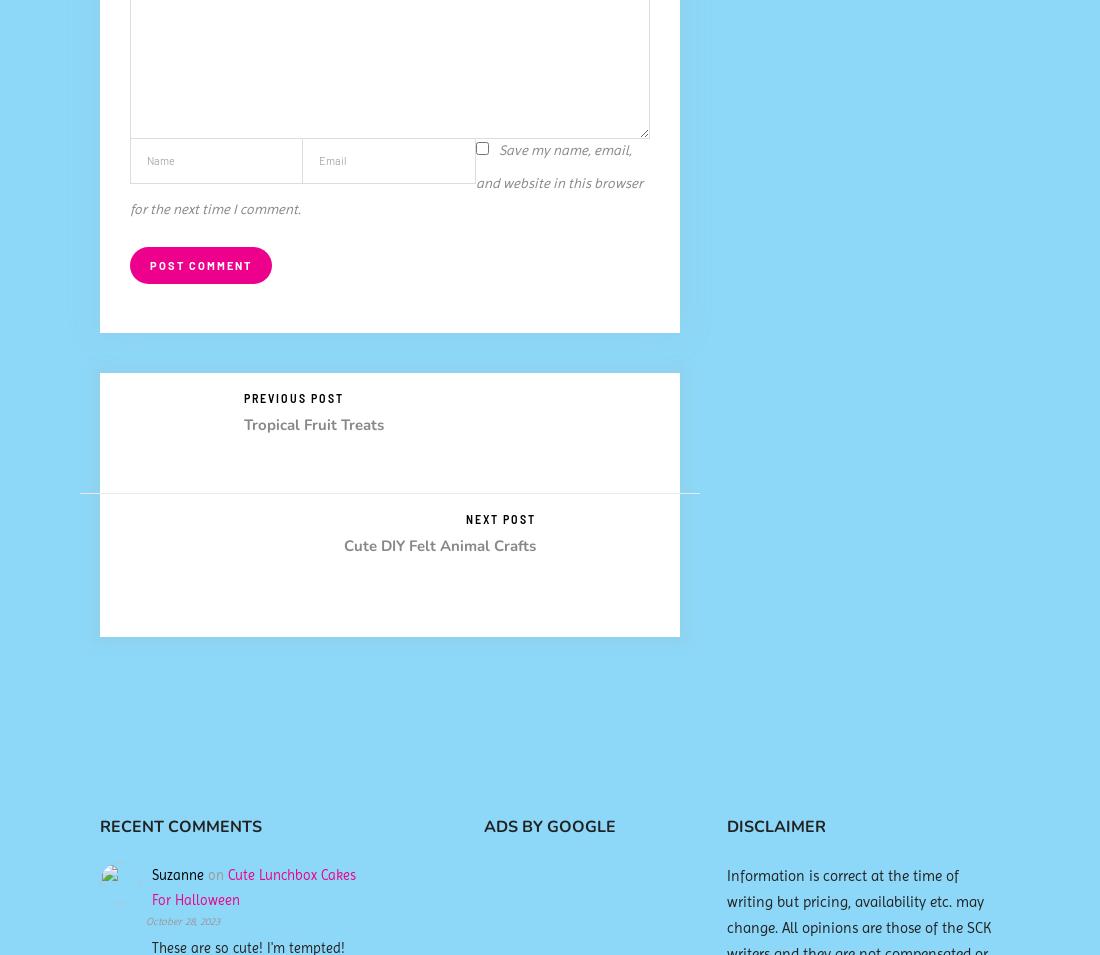 Image resolution: width=1100 pixels, height=955 pixels. I want to click on 'ADS BY GOOGLE', so click(483, 825).